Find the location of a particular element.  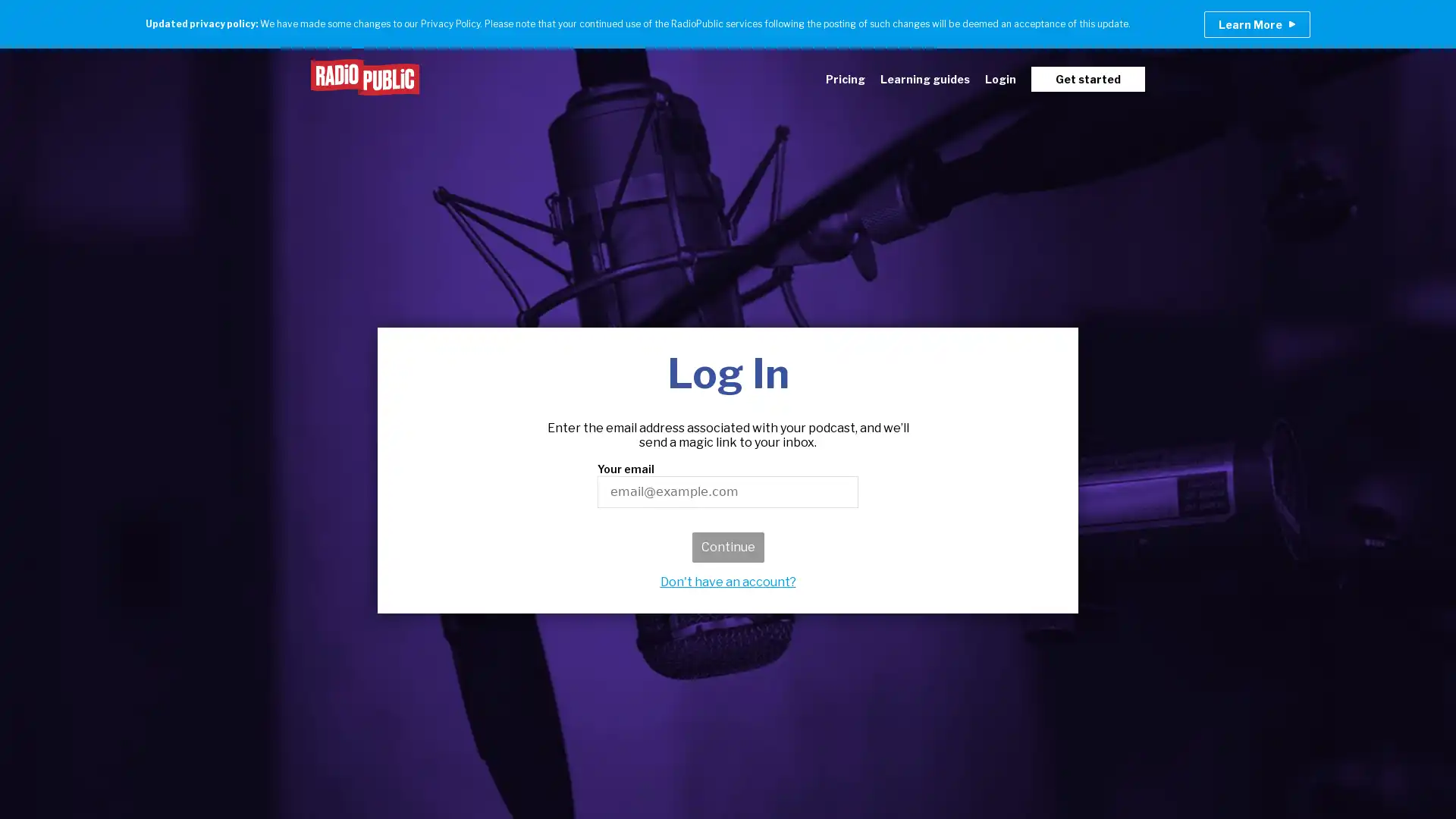

Continue is located at coordinates (726, 547).